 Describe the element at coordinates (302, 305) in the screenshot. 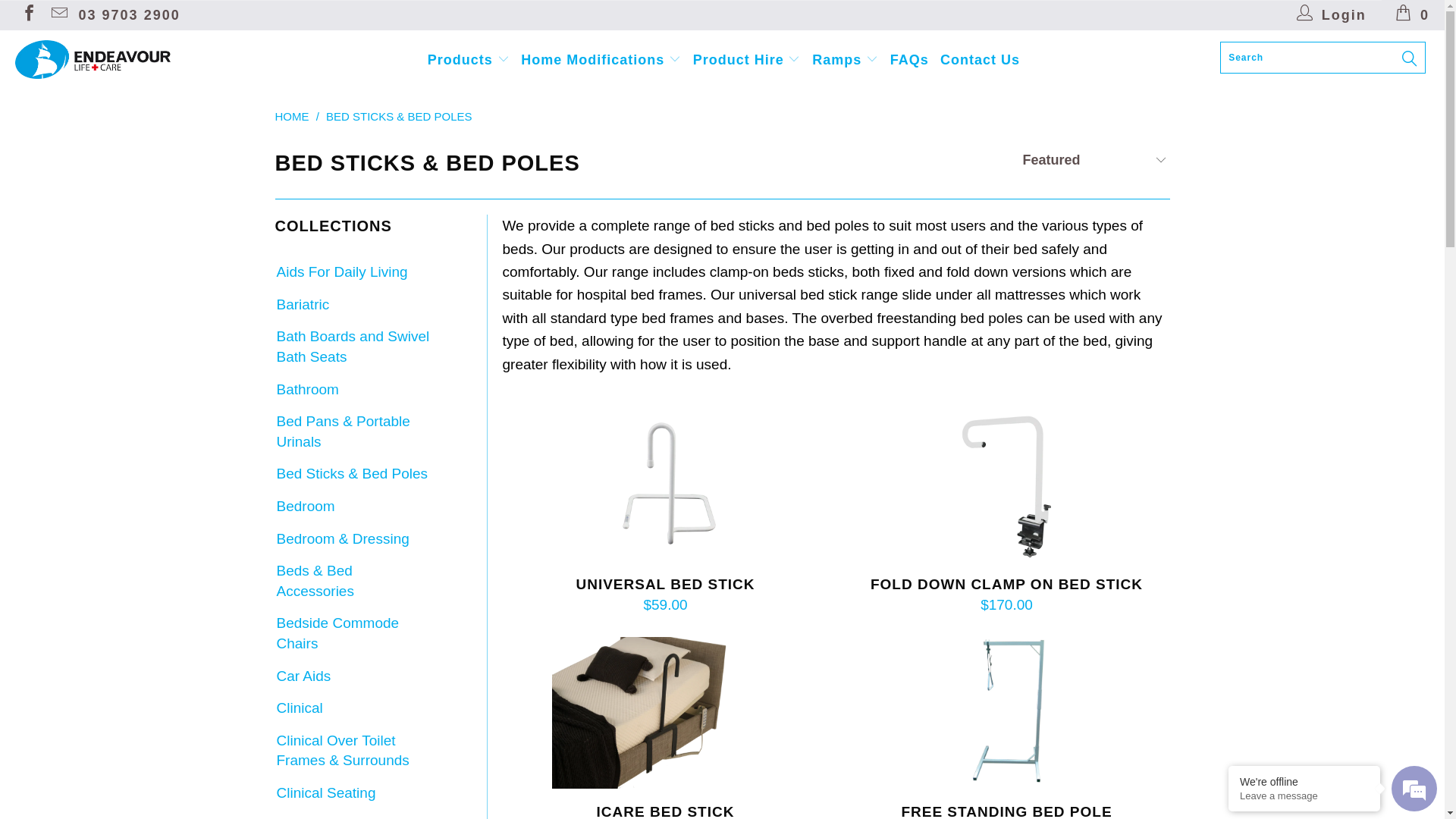

I see `'Bariatric'` at that location.